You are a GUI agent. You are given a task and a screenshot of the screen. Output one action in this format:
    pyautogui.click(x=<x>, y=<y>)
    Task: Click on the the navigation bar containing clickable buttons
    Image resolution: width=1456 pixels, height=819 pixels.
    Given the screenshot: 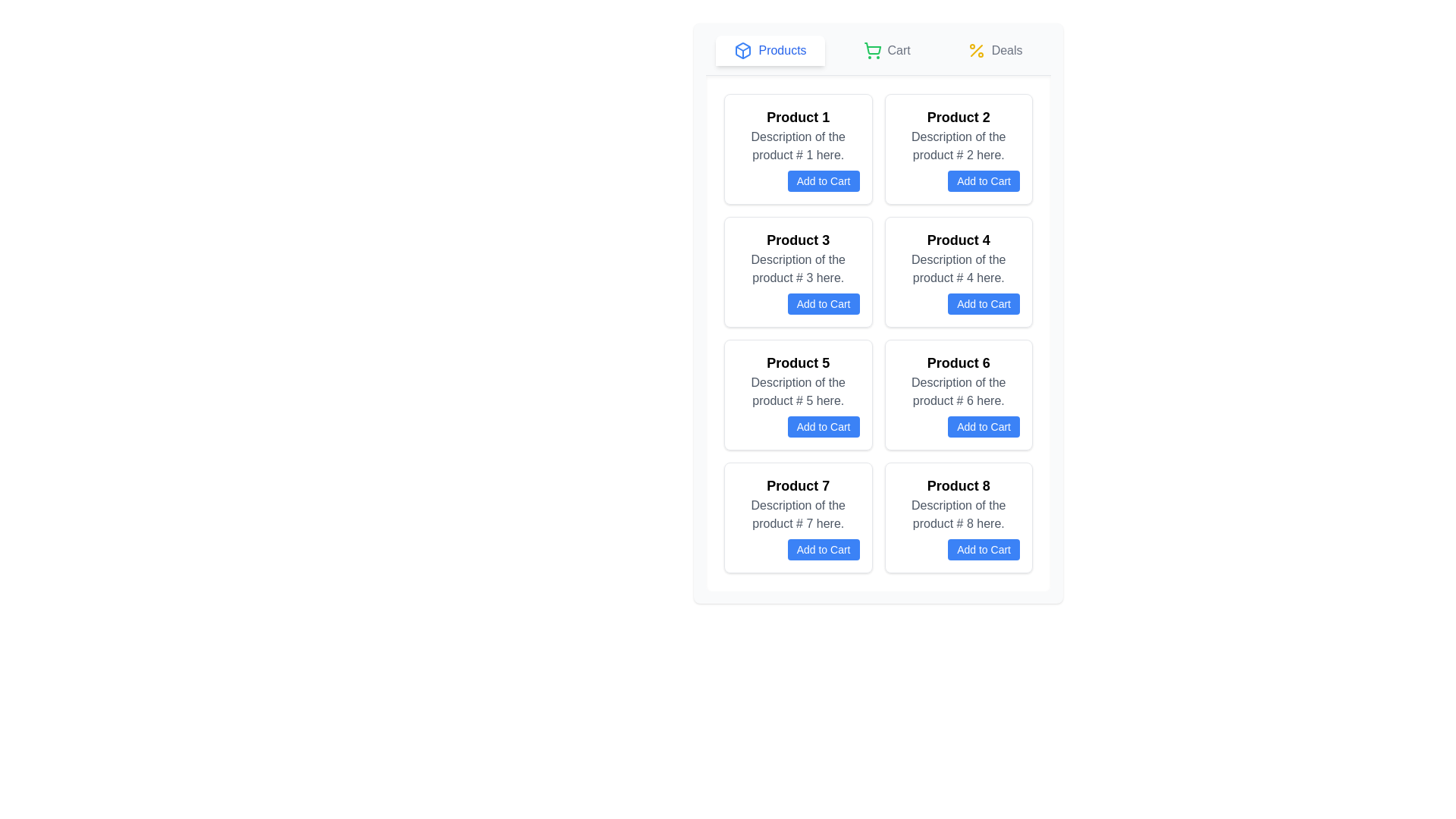 What is the action you would take?
    pyautogui.click(x=878, y=55)
    